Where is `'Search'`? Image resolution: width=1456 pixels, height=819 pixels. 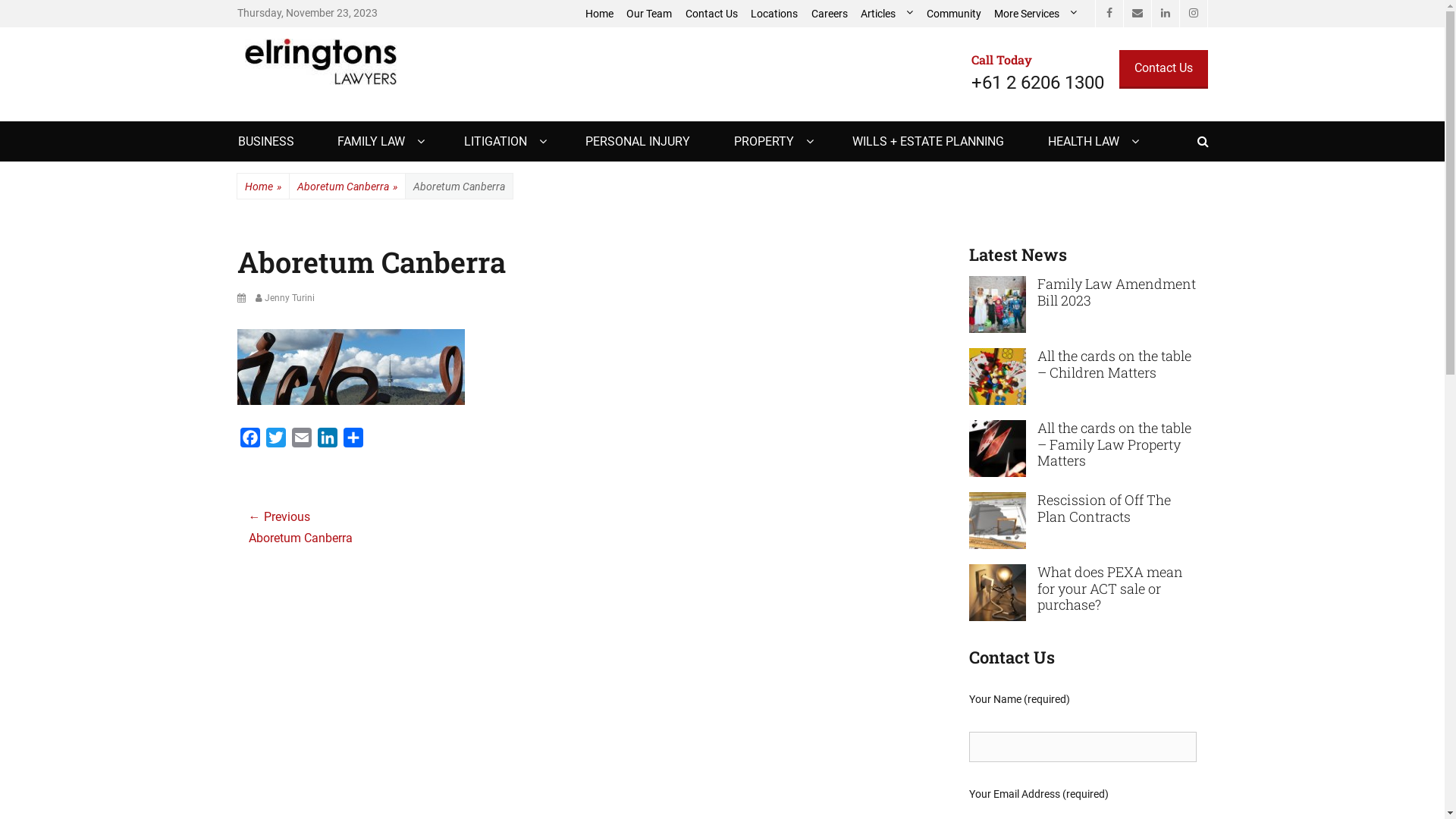 'Search' is located at coordinates (1207, 120).